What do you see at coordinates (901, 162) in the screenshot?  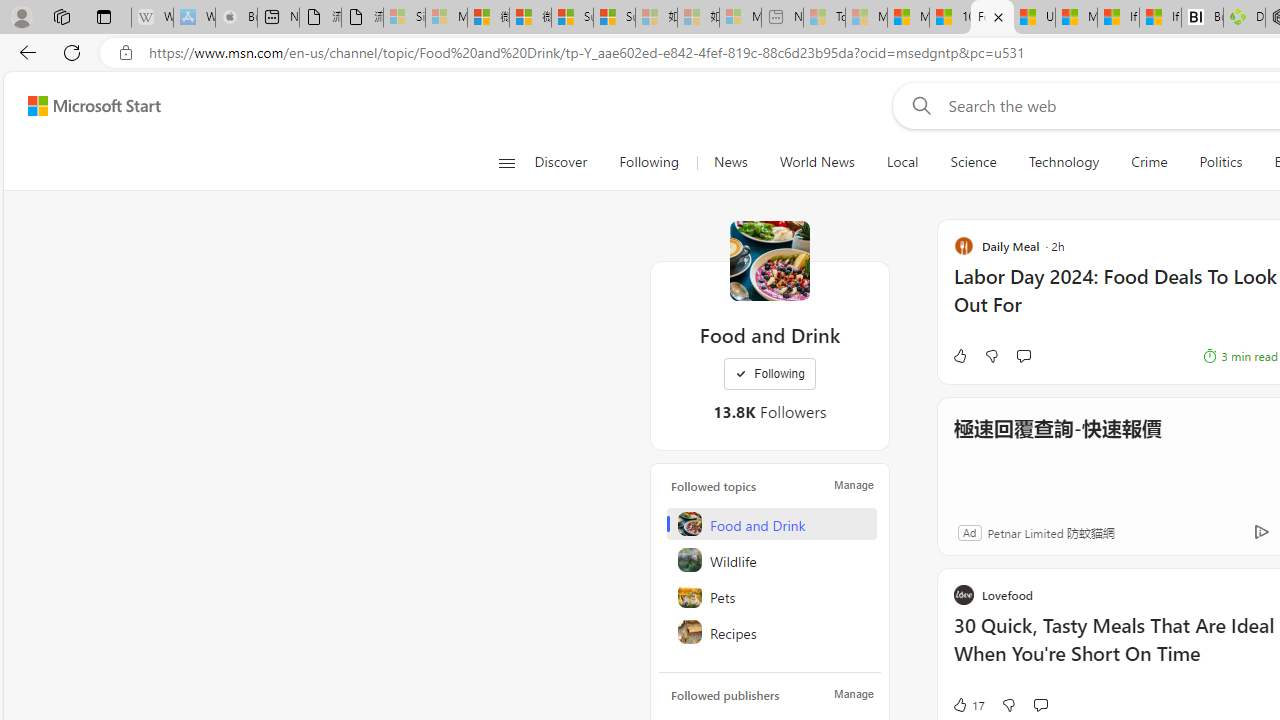 I see `'Local'` at bounding box center [901, 162].